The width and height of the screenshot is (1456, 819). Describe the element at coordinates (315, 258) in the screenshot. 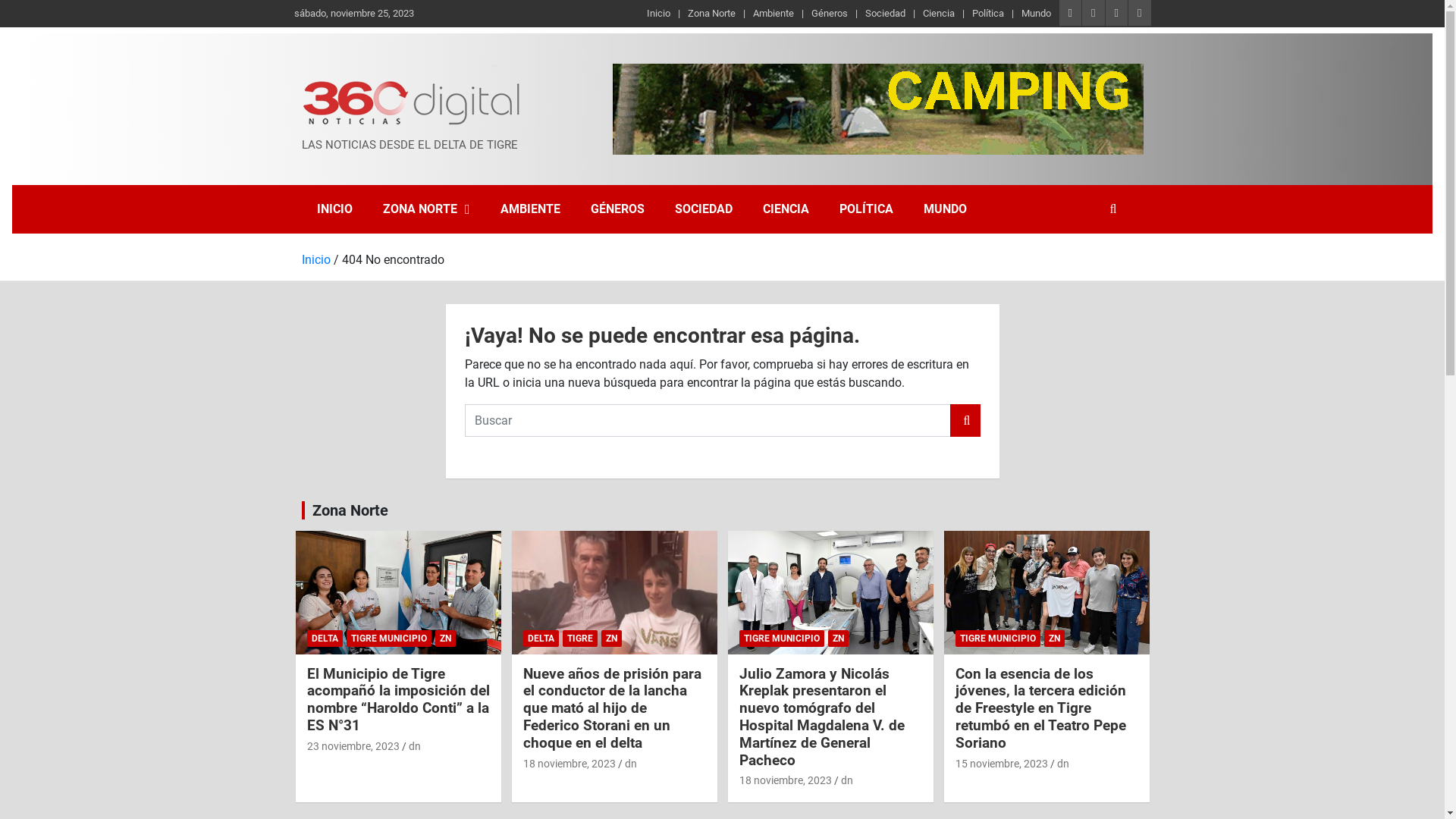

I see `'Inicio'` at that location.